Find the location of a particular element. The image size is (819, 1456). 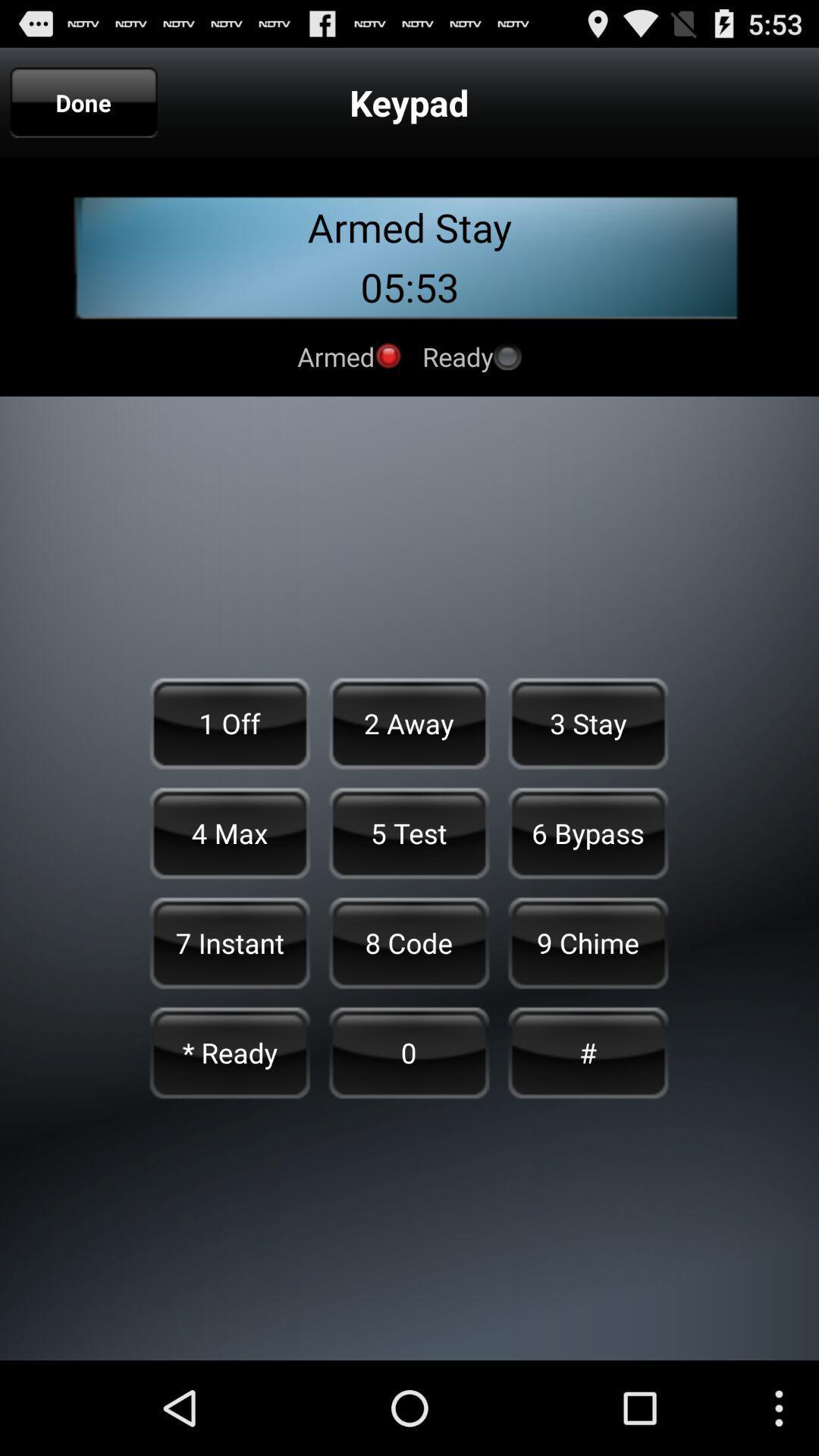

ready status on is located at coordinates (507, 355).